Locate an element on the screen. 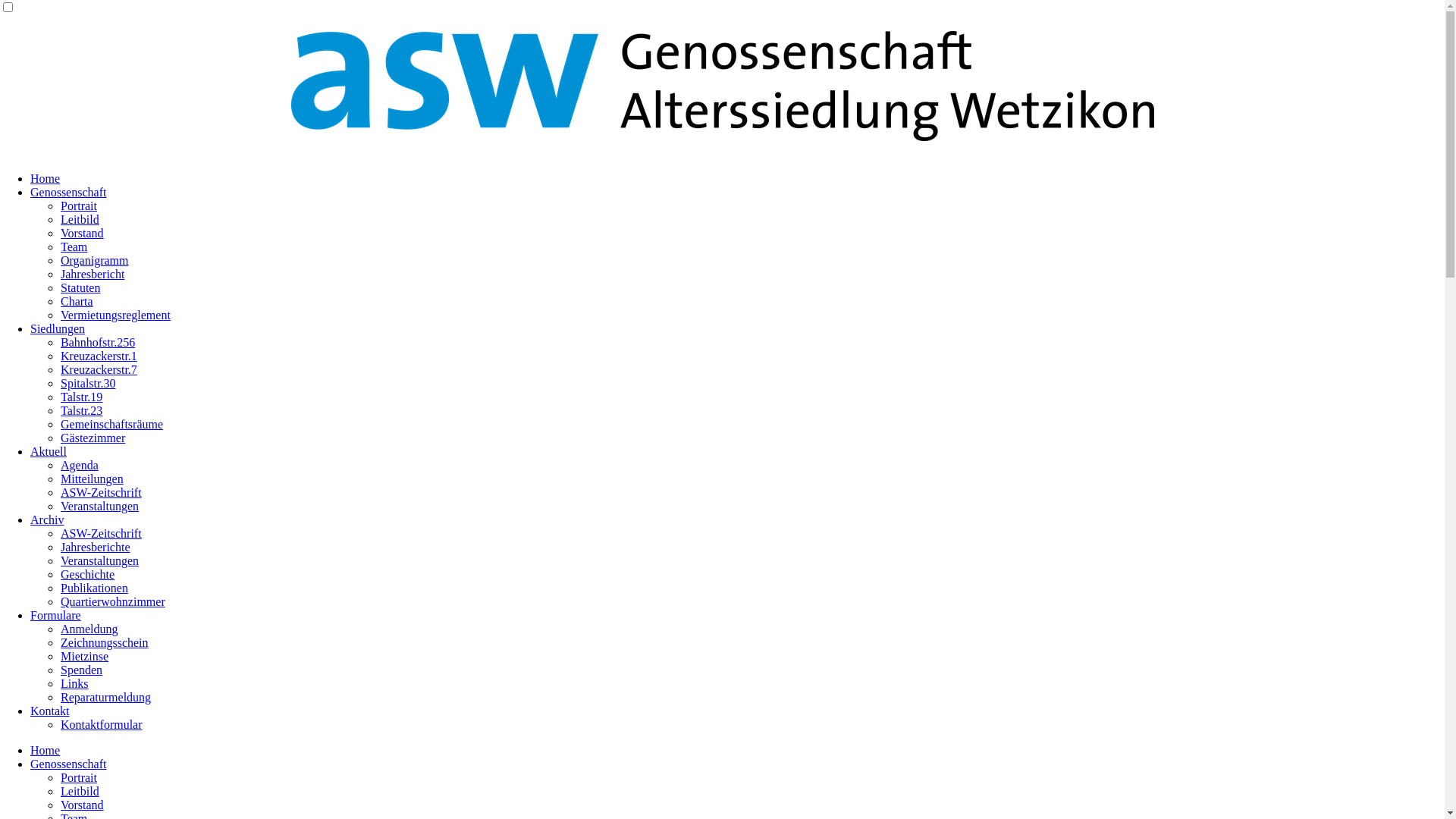 Image resolution: width=1456 pixels, height=819 pixels. 'Kreuzackerstr.7' is located at coordinates (98, 369).